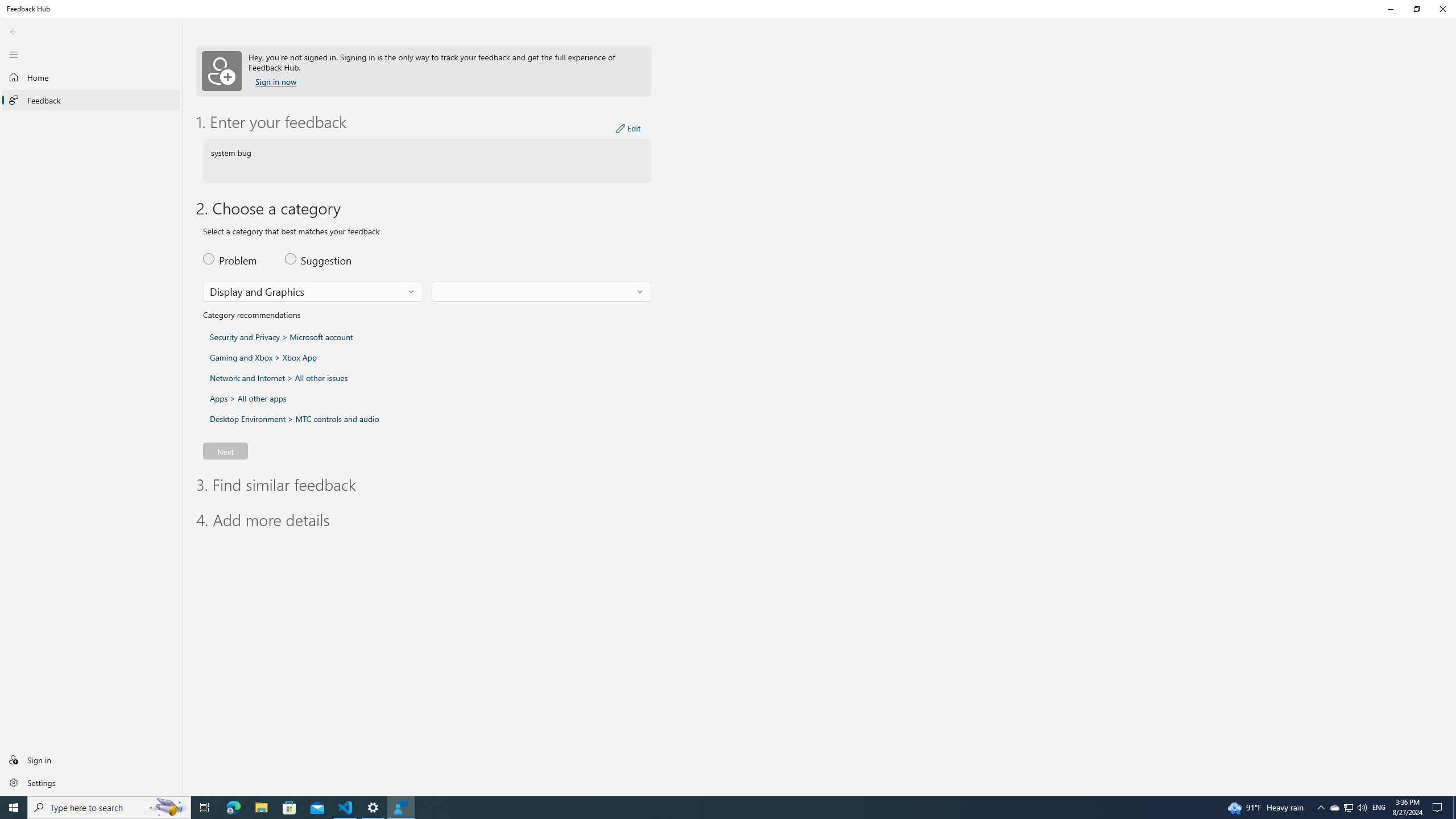  What do you see at coordinates (1389, 9) in the screenshot?
I see `'Minimize Feedback Hub'` at bounding box center [1389, 9].